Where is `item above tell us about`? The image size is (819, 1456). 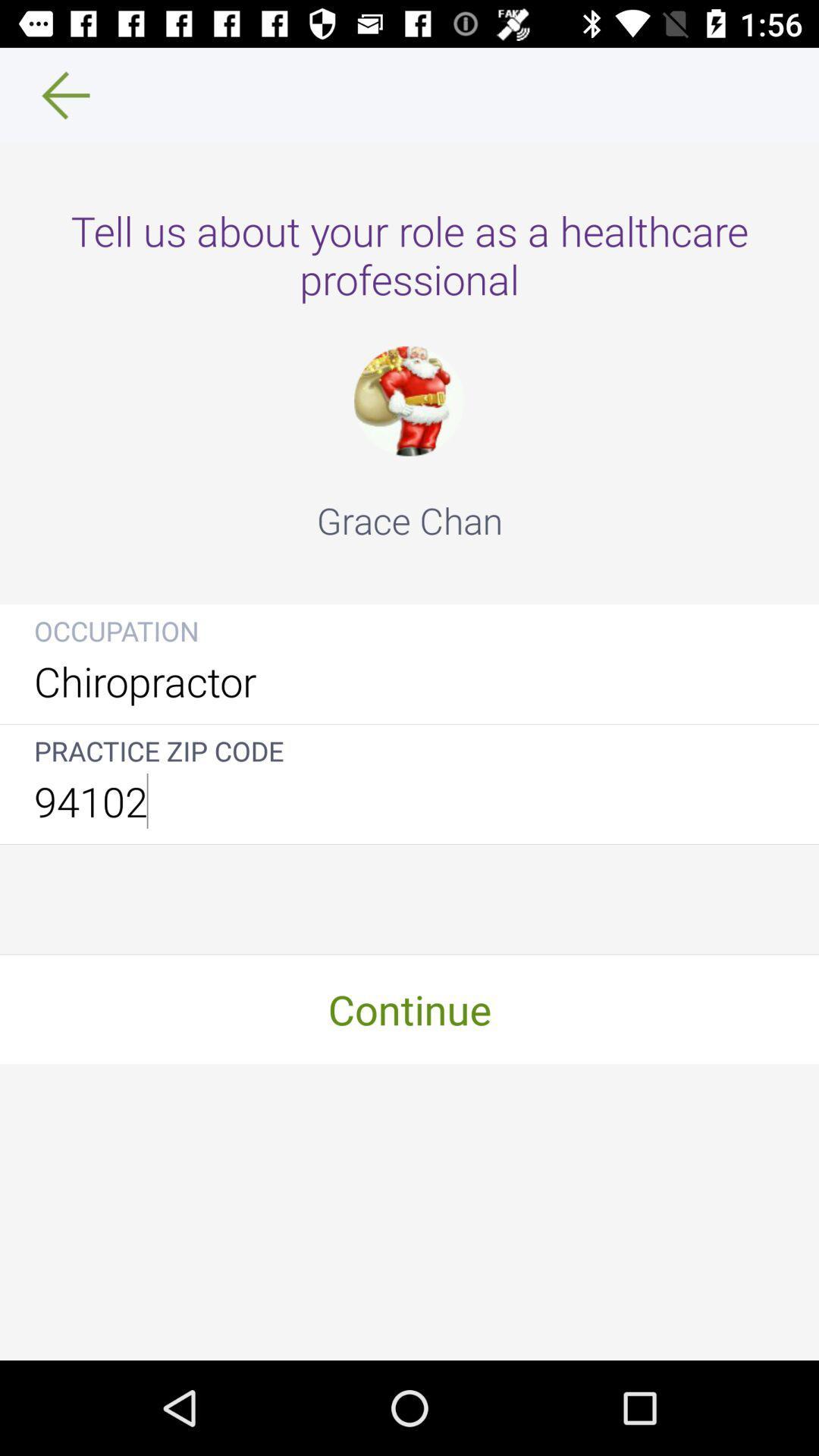
item above tell us about is located at coordinates (55, 94).